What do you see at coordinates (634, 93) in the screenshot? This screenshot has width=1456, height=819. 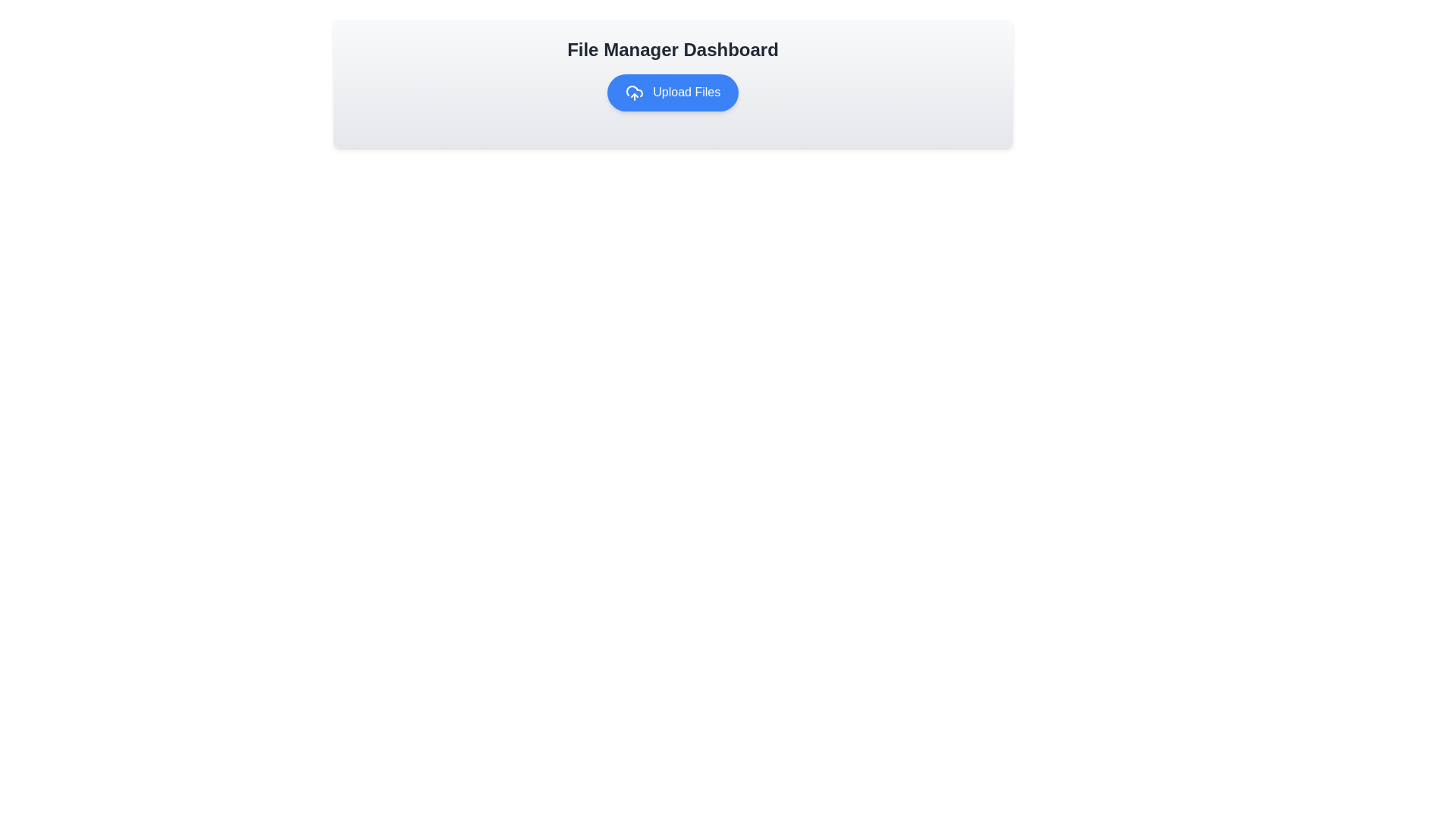 I see `the decorative upload icon located within the blue button, aligned to the left of the 'Upload Files' text` at bounding box center [634, 93].